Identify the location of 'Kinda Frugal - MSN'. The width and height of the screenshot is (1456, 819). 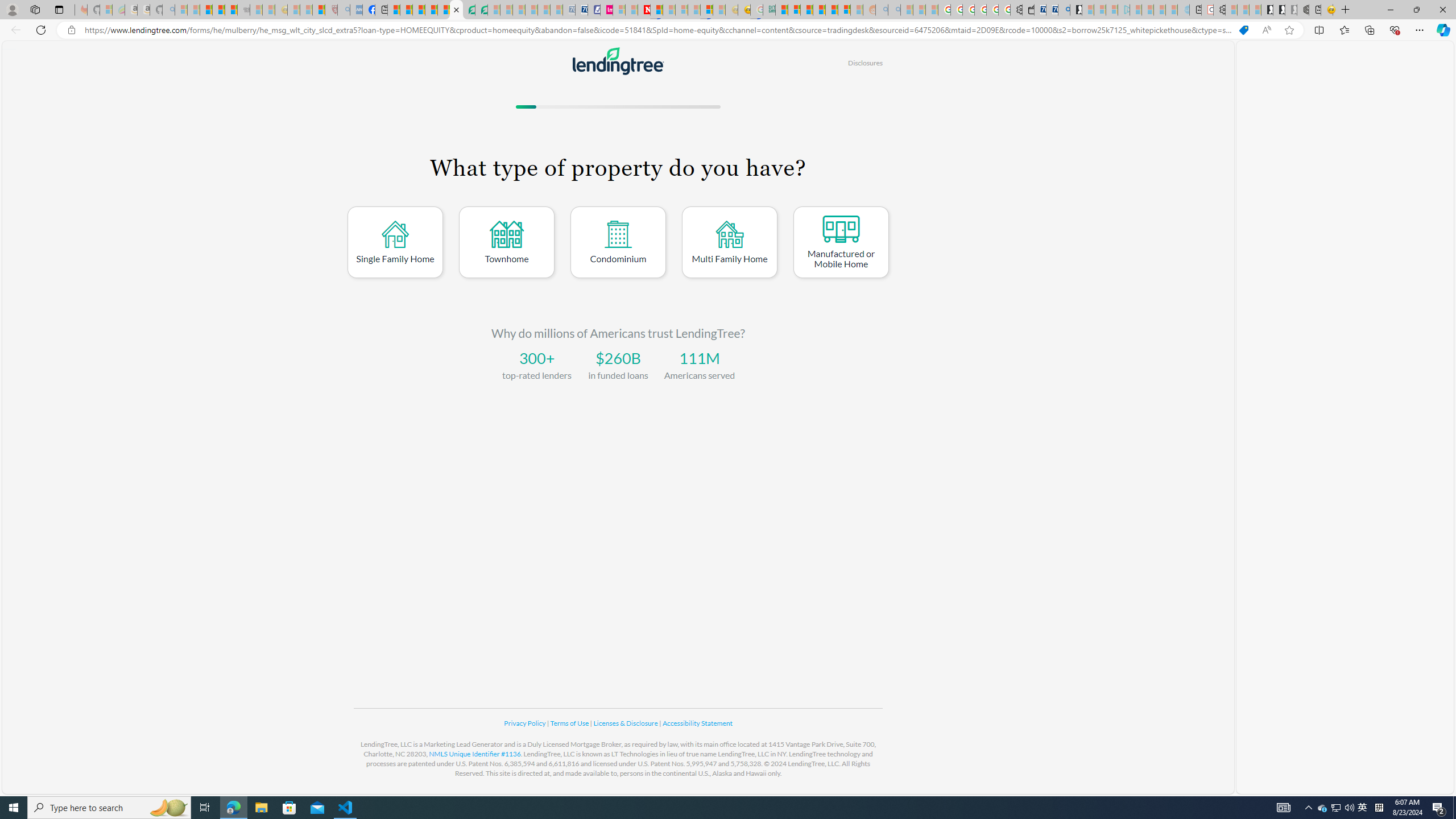
(832, 9).